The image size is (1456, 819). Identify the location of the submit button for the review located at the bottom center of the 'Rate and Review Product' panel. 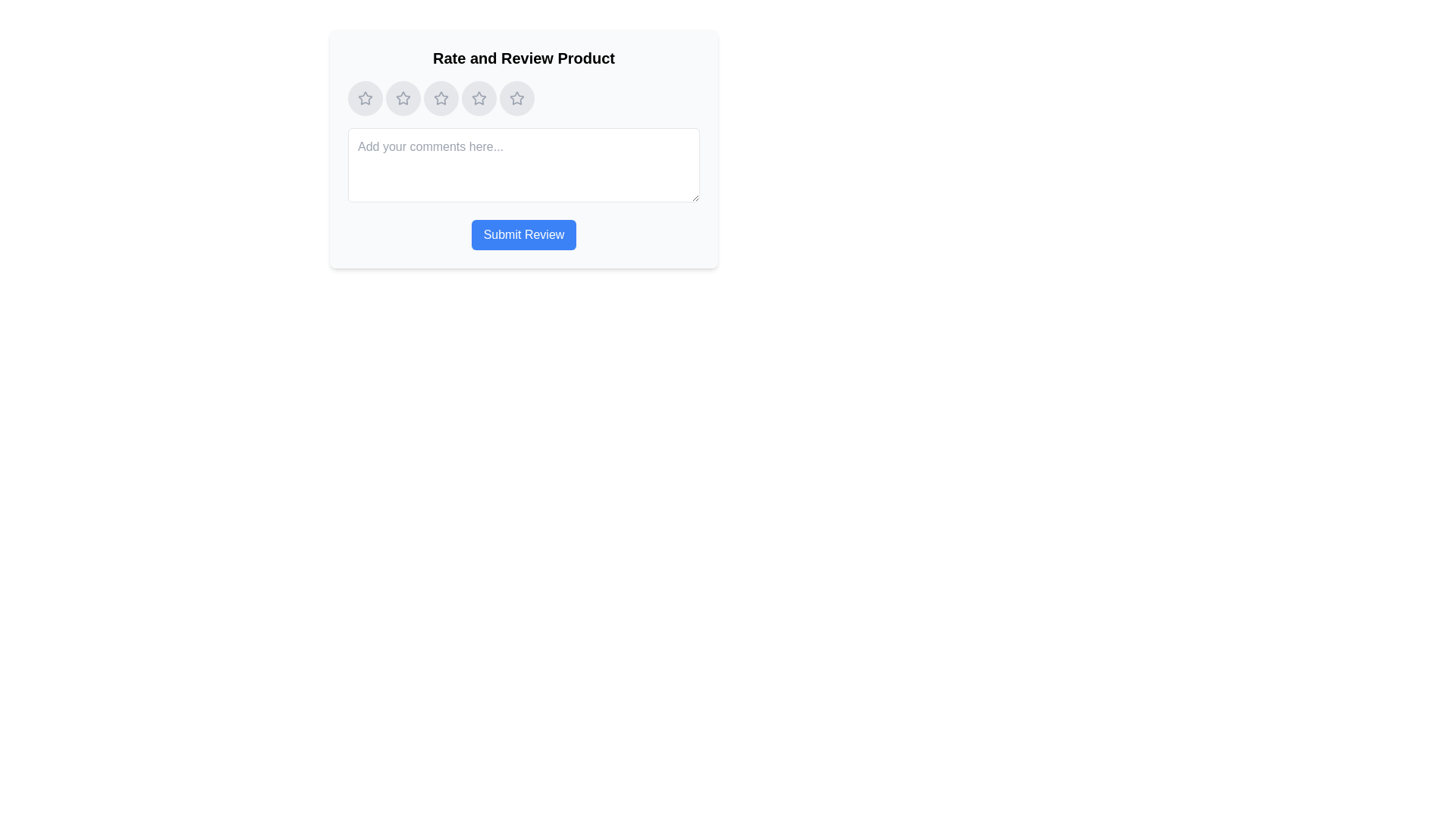
(524, 234).